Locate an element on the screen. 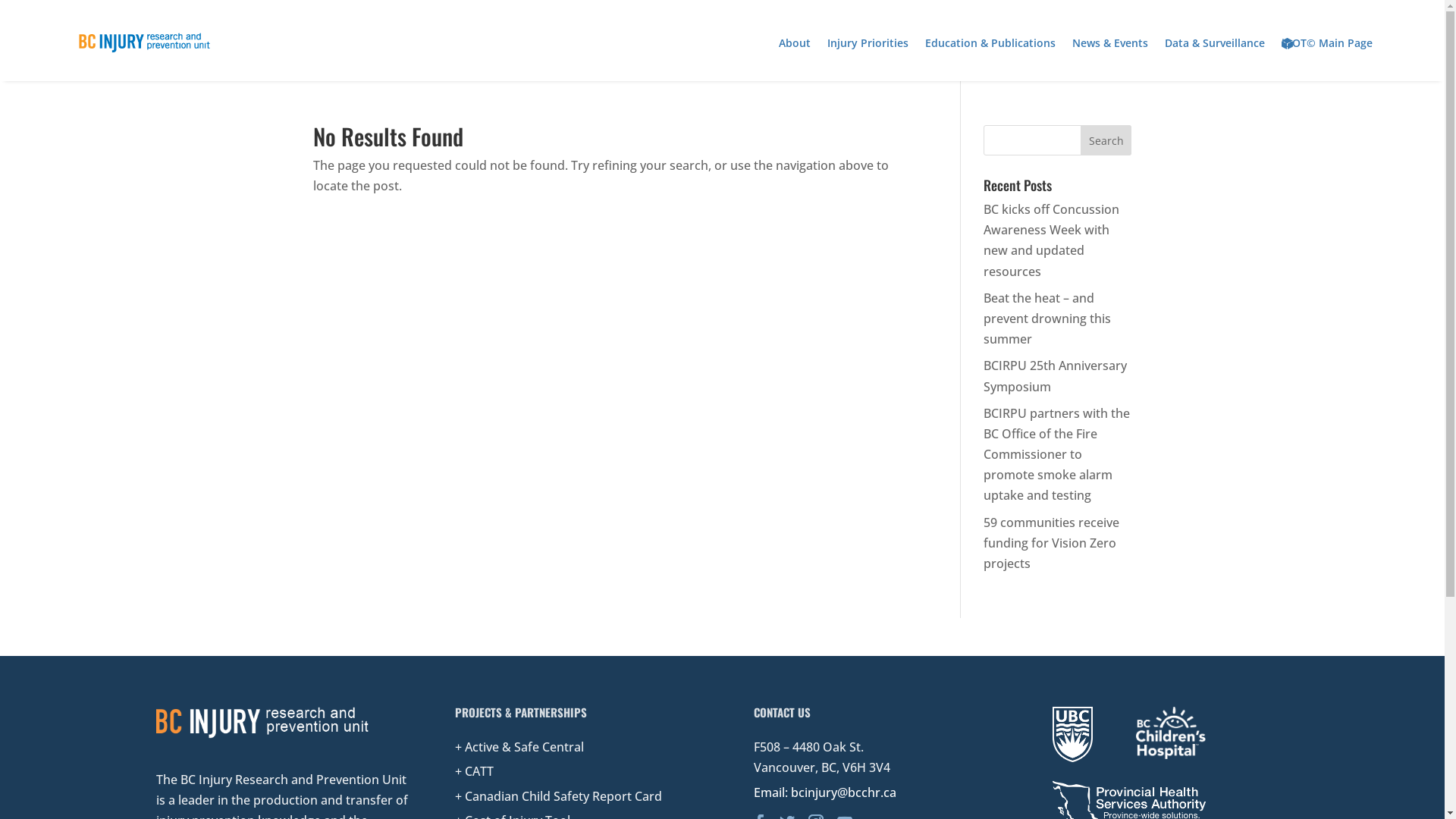 This screenshot has height=819, width=1456. 'BCIRPU 25th Anniversary Symposium' is located at coordinates (1054, 375).